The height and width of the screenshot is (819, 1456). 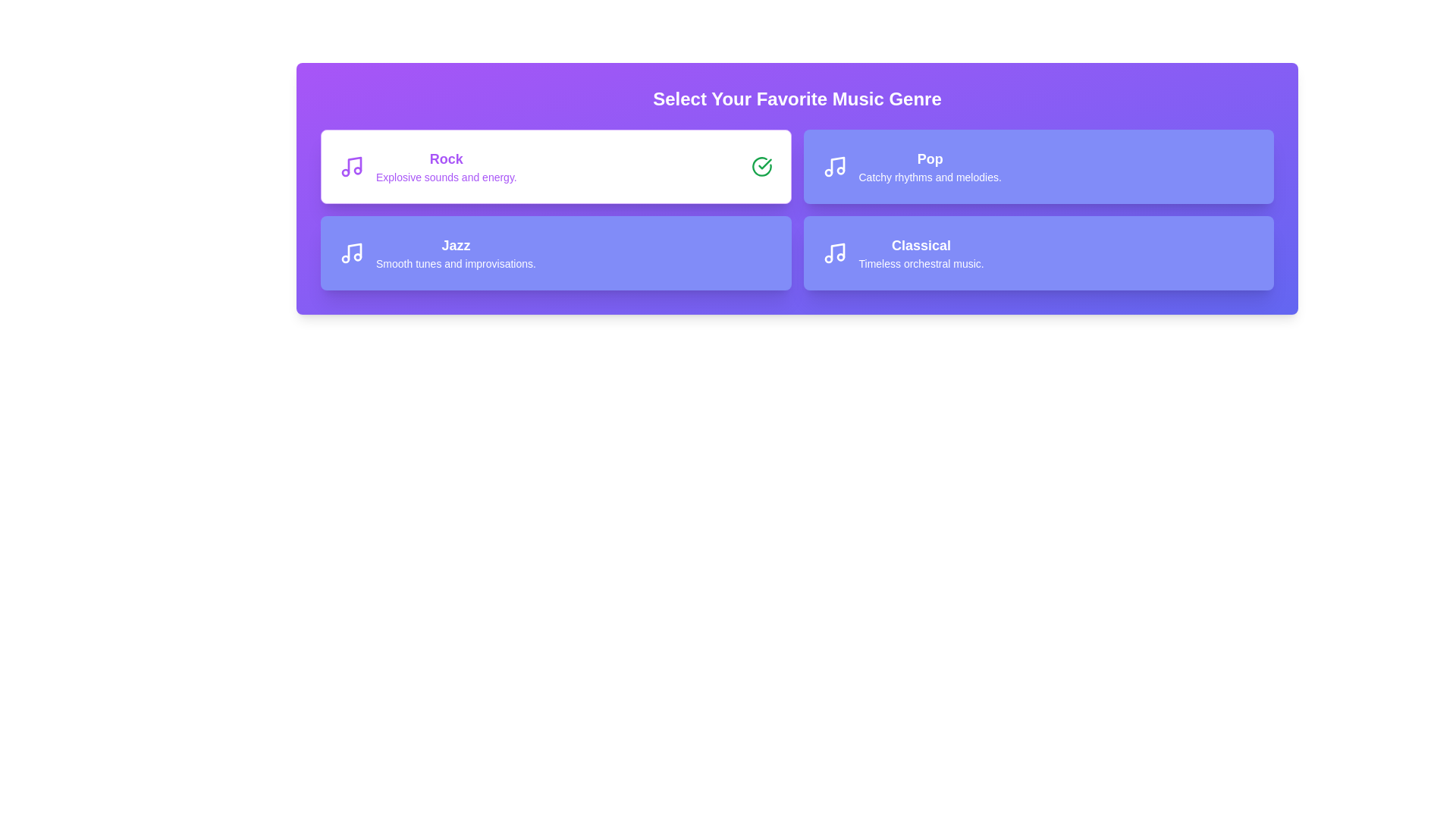 I want to click on the checkmark icon within a green circle indicating confirmation, located on the far right side of the 'Rock' category box adjacent to the text 'Explosive sounds and energy.', so click(x=761, y=166).